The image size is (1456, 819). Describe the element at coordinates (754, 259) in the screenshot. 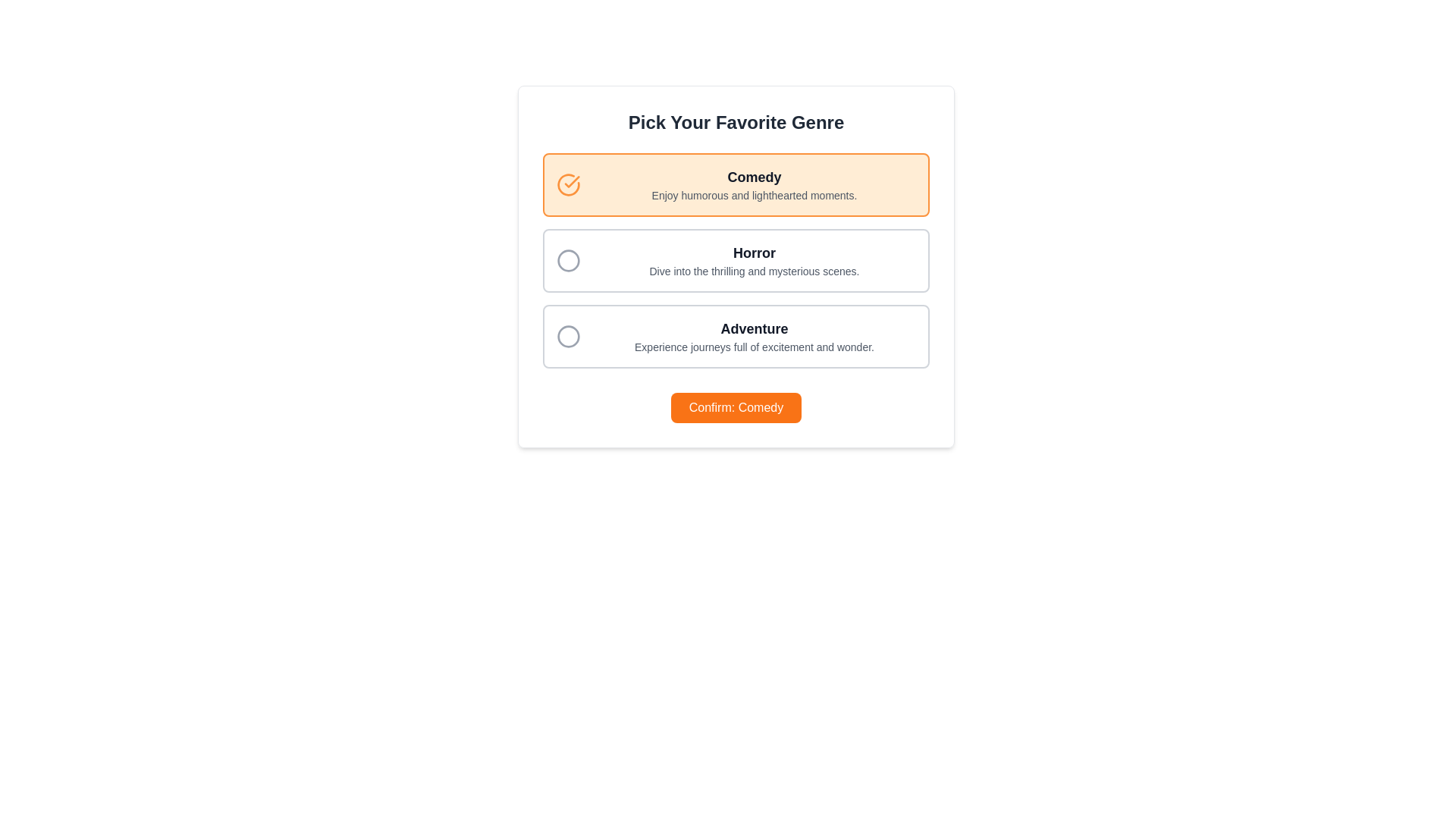

I see `the 'Horror' text label` at that location.